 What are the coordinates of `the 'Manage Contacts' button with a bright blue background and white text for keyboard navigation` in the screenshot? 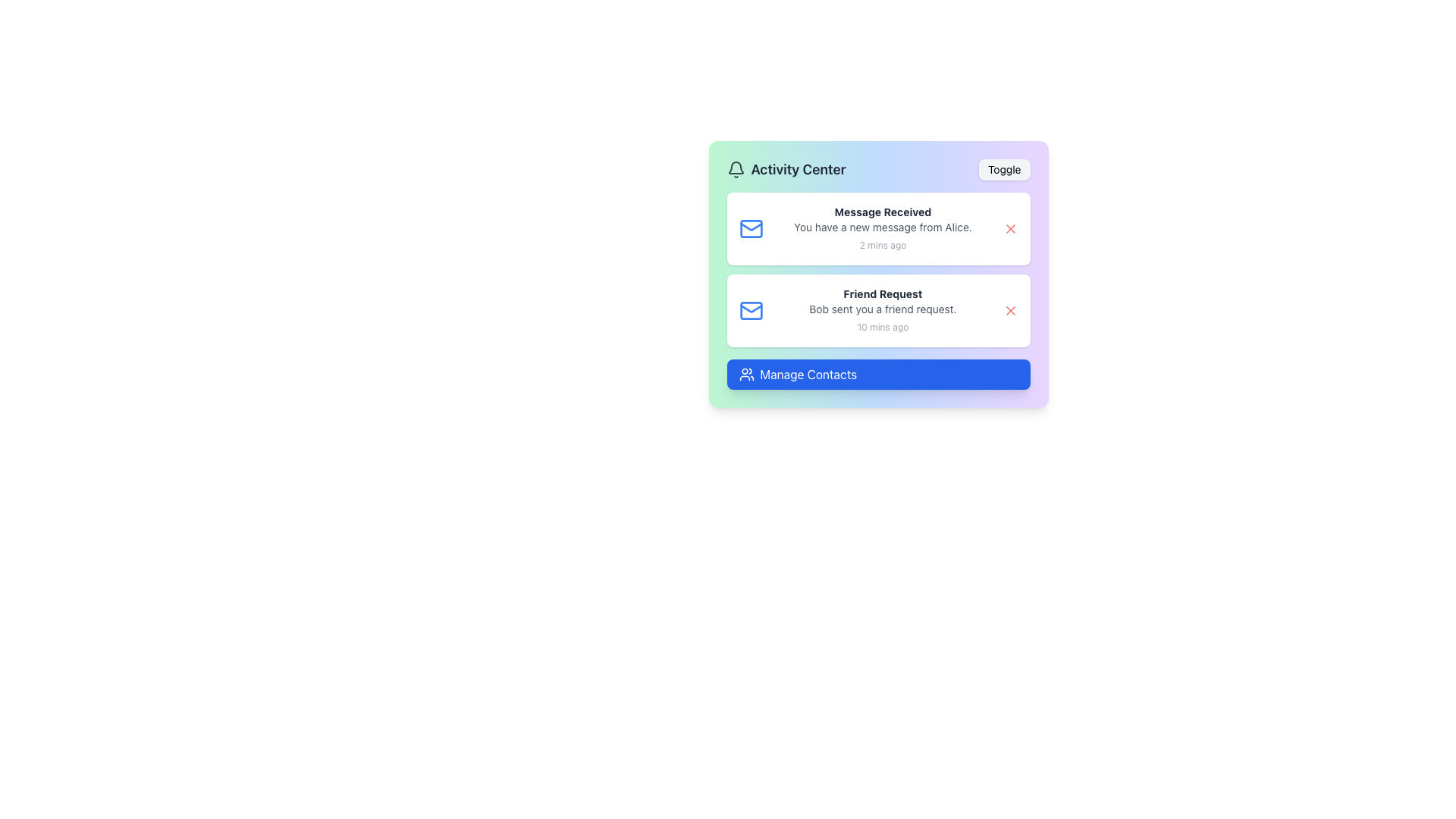 It's located at (878, 374).